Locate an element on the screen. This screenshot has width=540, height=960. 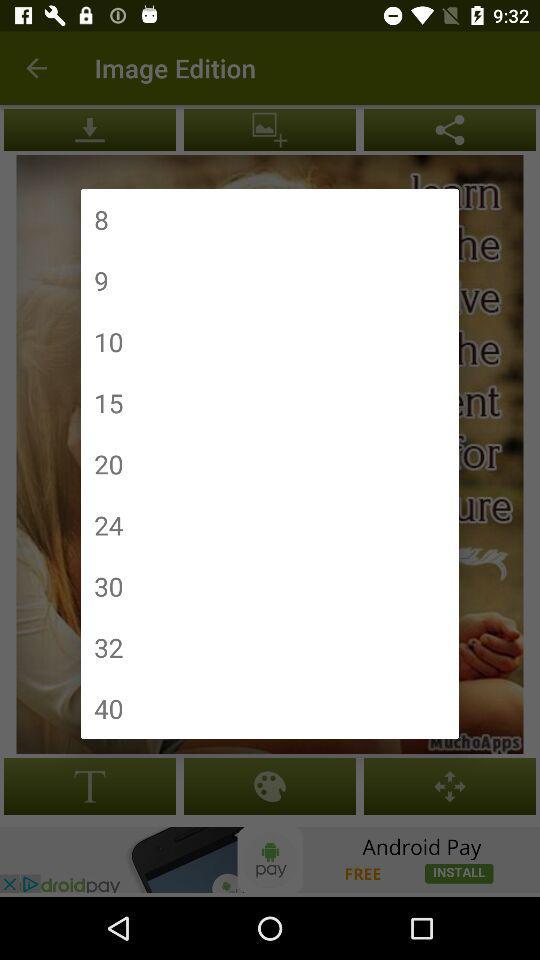
item above the 20 item is located at coordinates (108, 401).